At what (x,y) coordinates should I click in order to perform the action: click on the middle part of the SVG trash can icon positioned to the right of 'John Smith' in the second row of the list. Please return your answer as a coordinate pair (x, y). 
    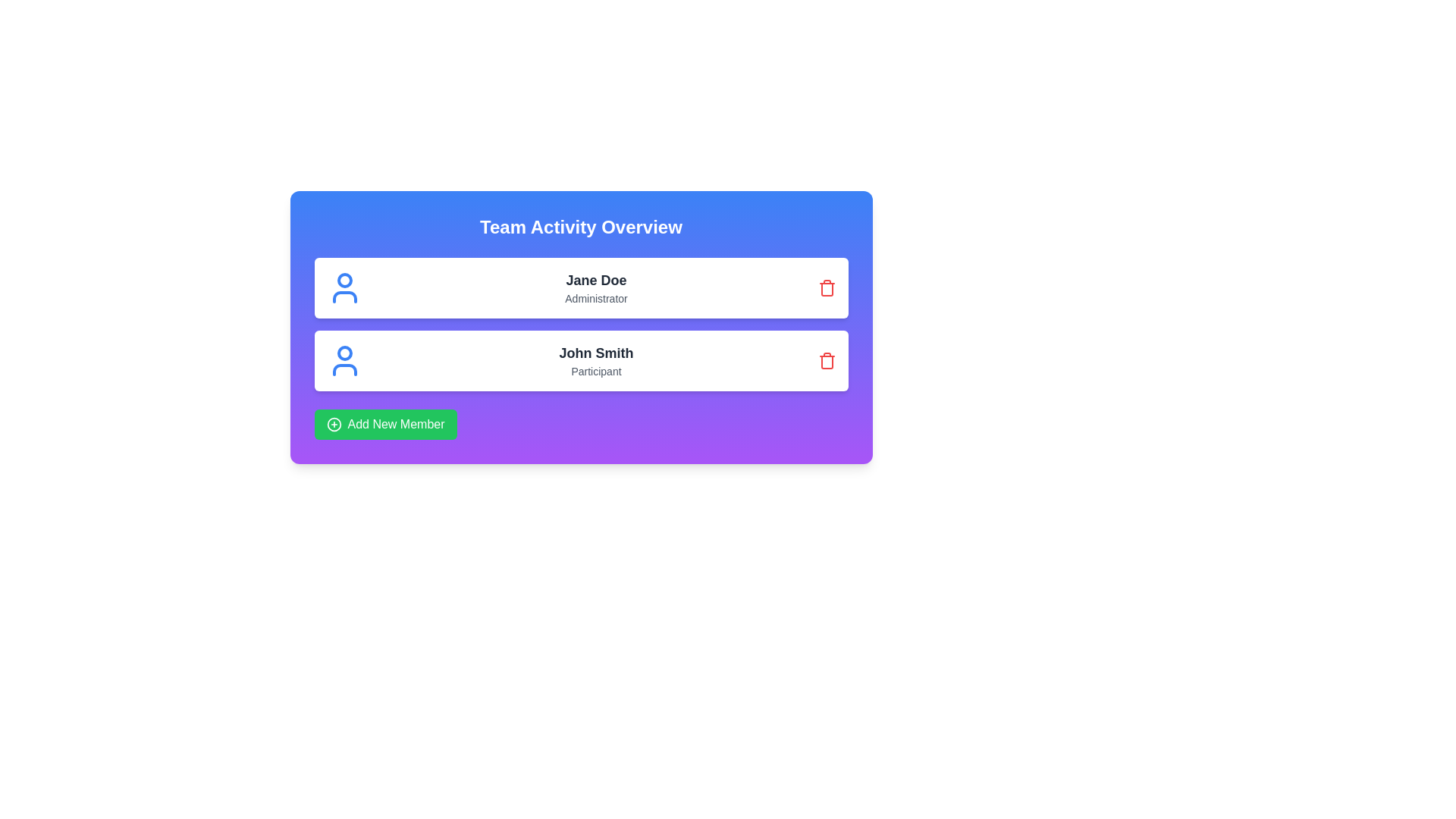
    Looking at the image, I should click on (826, 362).